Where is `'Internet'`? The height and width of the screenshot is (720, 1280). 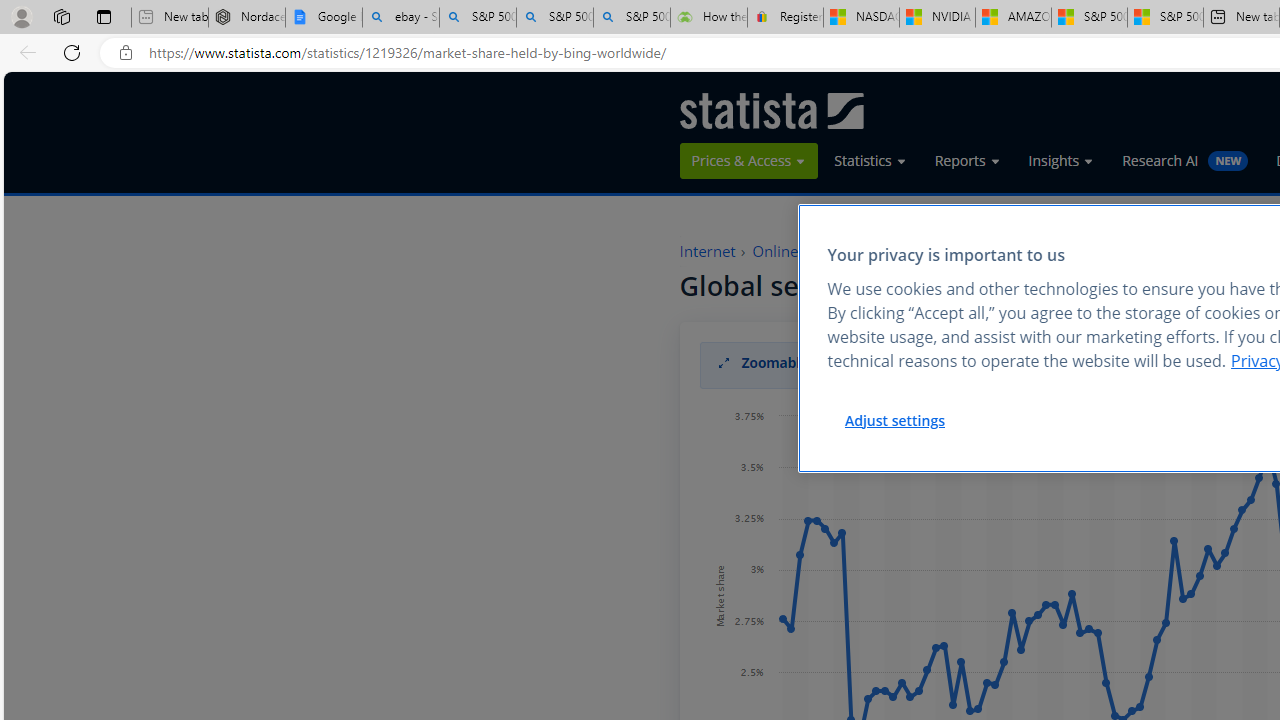
'Internet' is located at coordinates (715, 250).